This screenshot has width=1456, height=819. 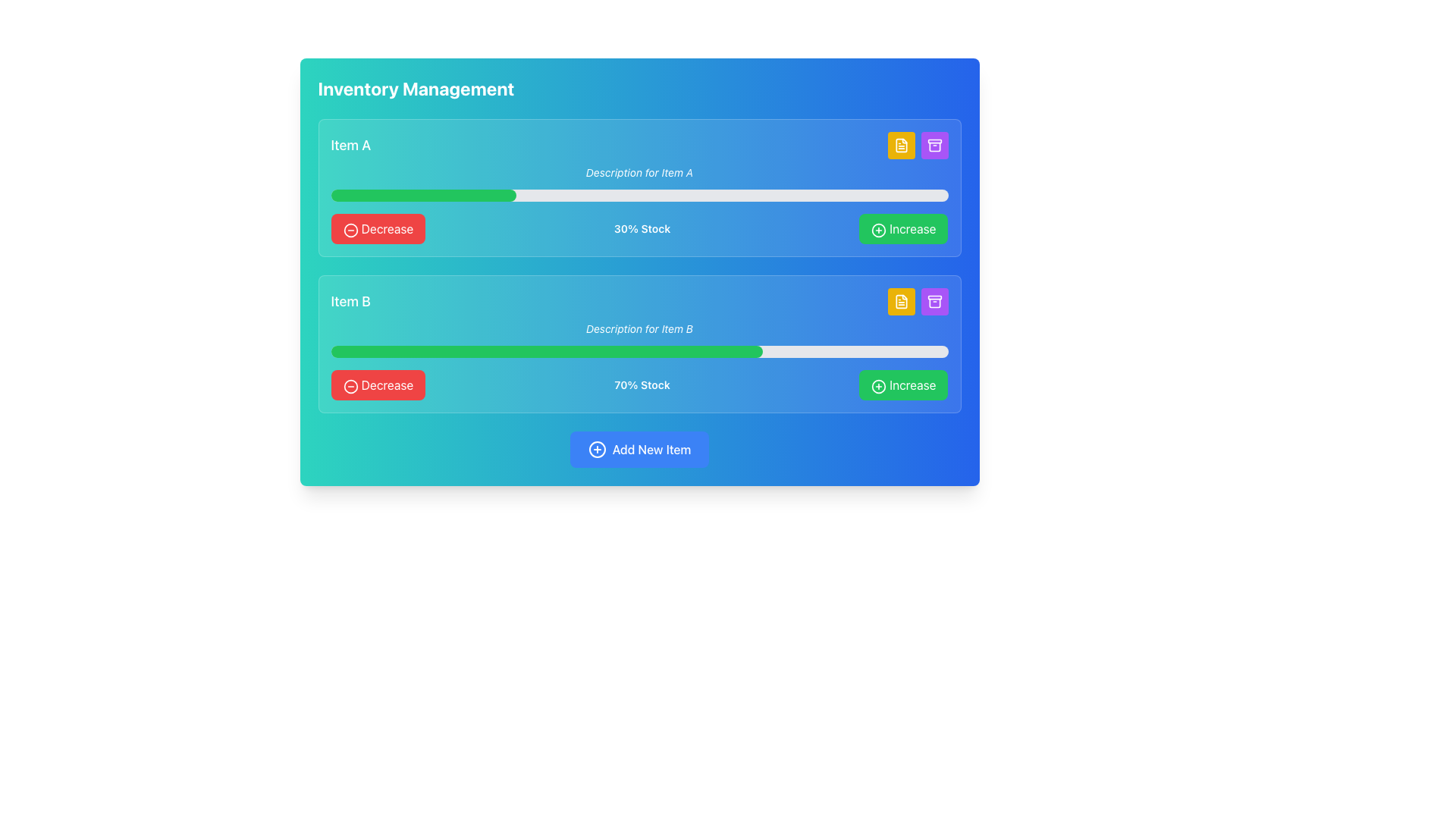 What do you see at coordinates (651, 195) in the screenshot?
I see `the stock level` at bounding box center [651, 195].